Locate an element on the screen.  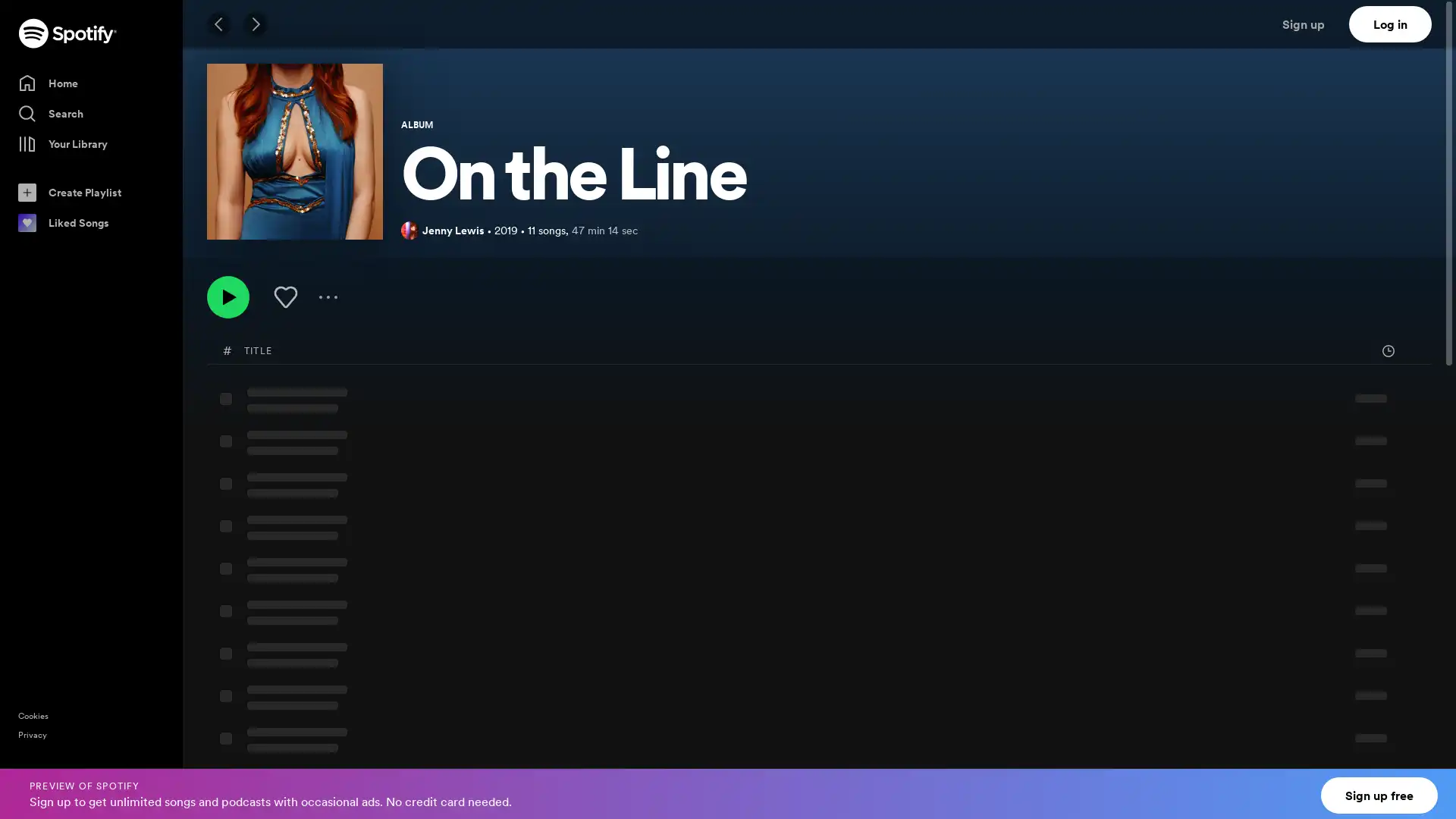
Play Little White Dove by Jenny Lewis is located at coordinates (225, 696).